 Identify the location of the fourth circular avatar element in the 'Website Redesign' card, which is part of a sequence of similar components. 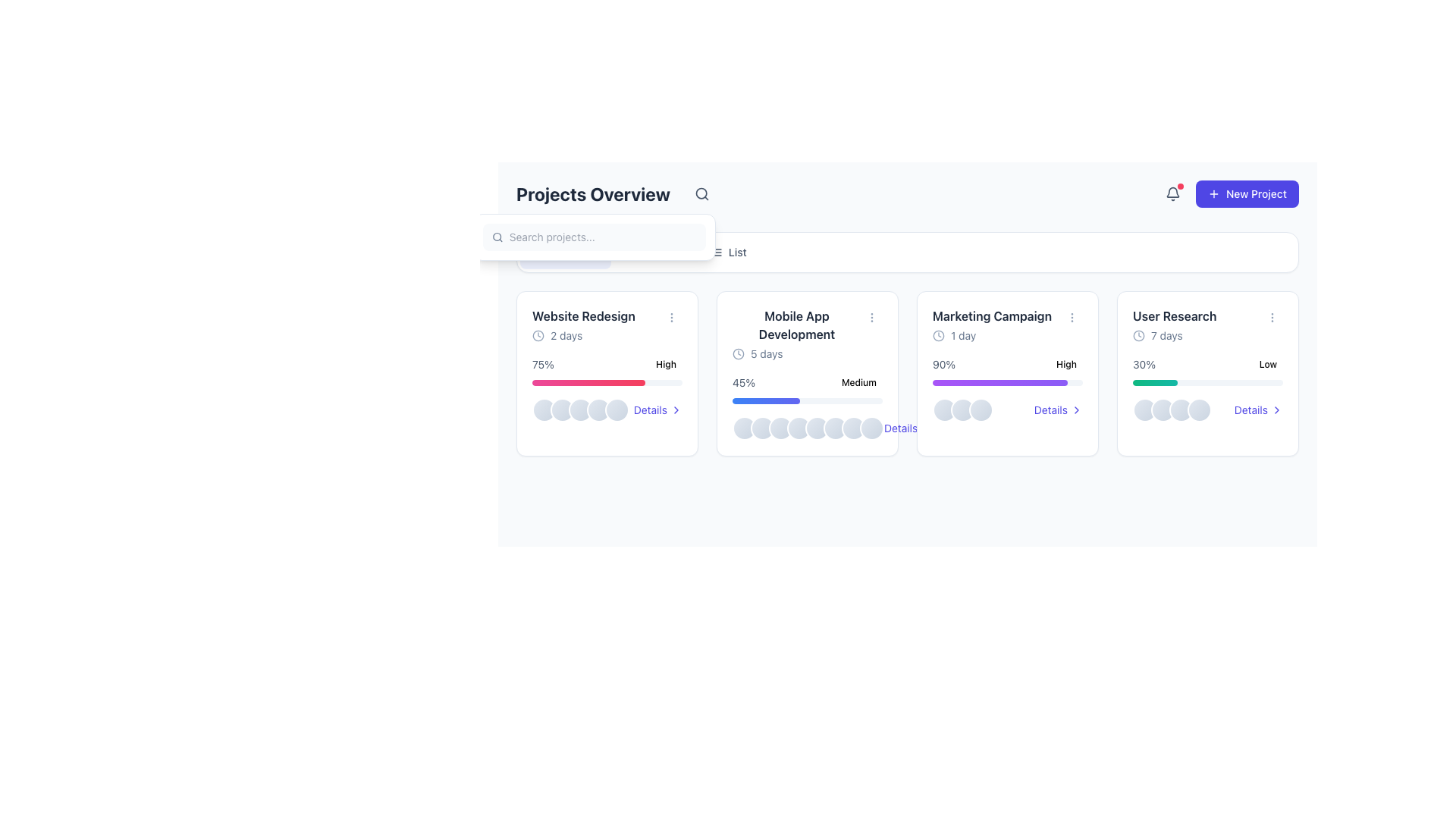
(598, 409).